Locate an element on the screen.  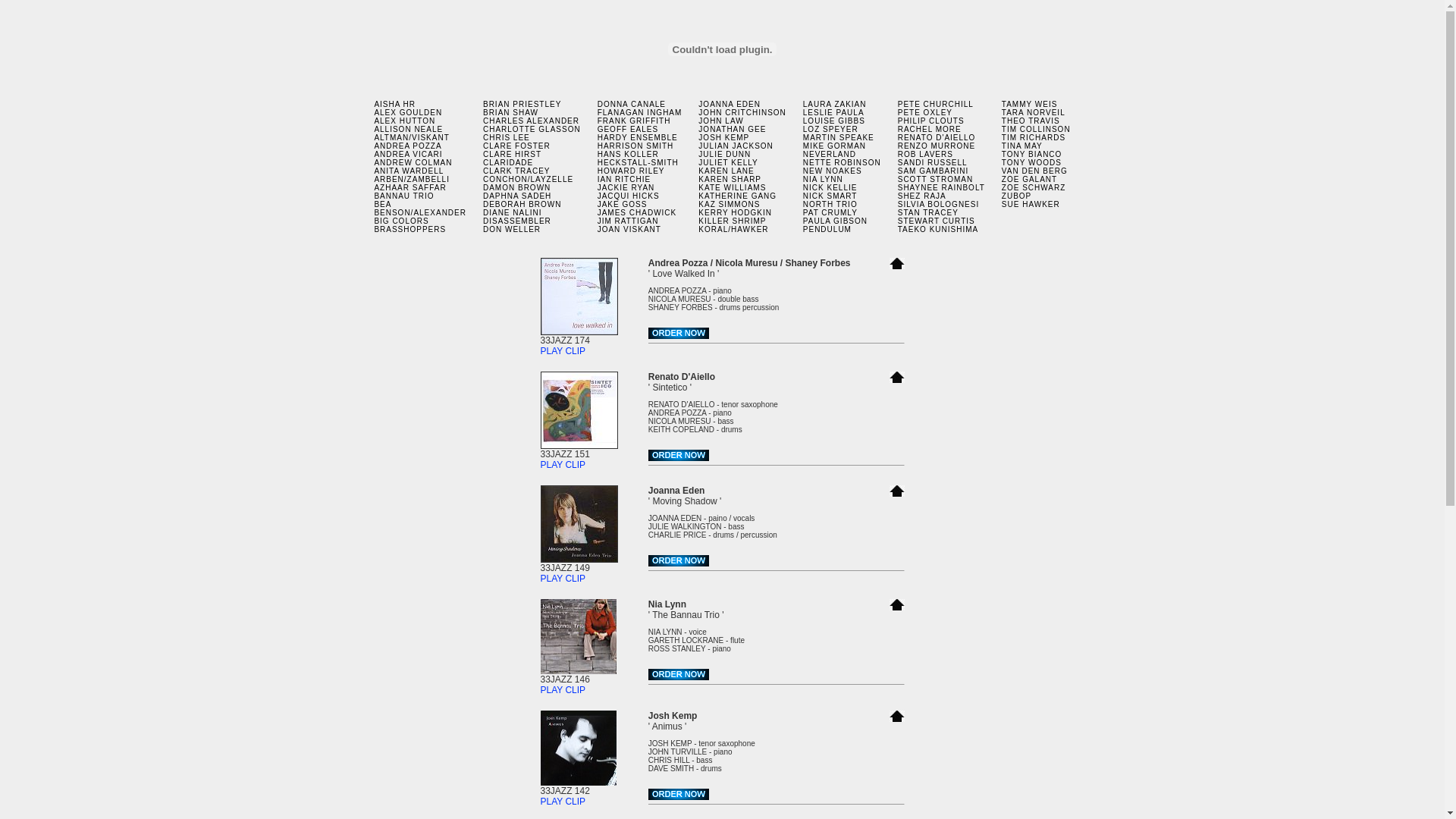
'PAT CRUMLY' is located at coordinates (829, 212).